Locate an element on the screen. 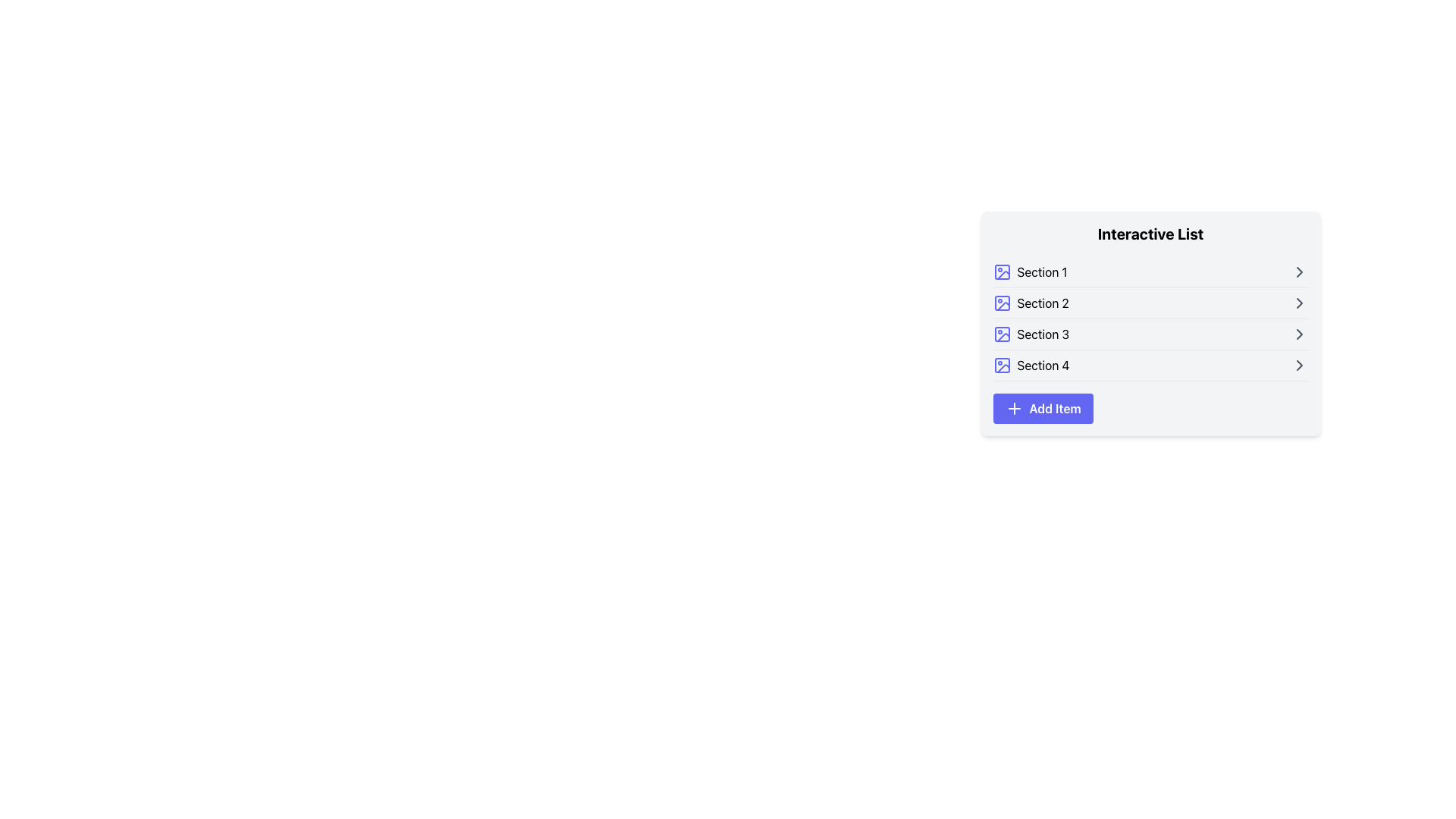 This screenshot has width=1456, height=819. the arrow icon button located to the far right of the first row labeled 'Section 1' in the 'Interactive List' is located at coordinates (1298, 271).